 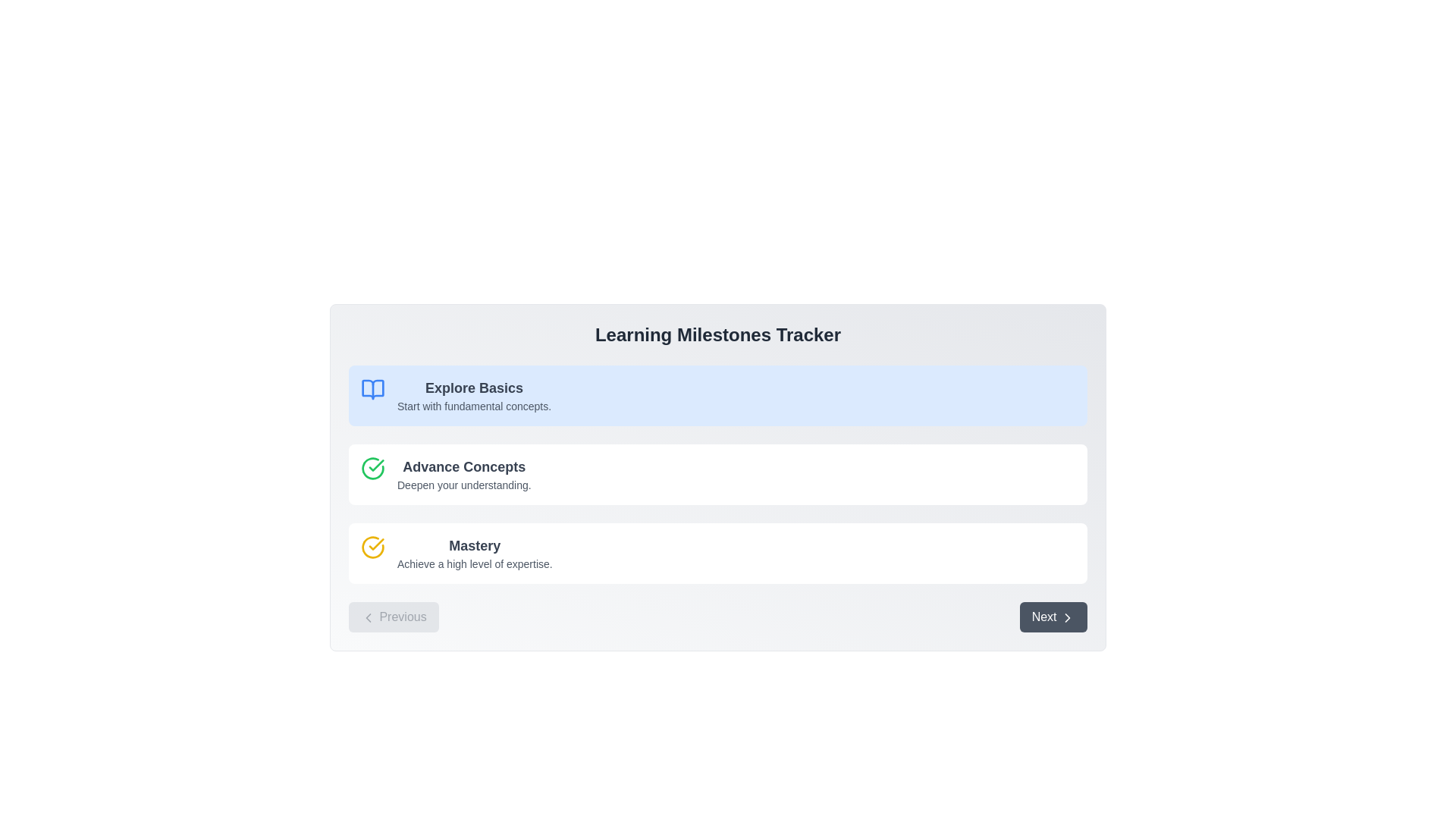 I want to click on the Text Label that serves as a header for the 'Learning Milestones Tracker' section, summarizing the primary concept of the milestone, so click(x=474, y=546).